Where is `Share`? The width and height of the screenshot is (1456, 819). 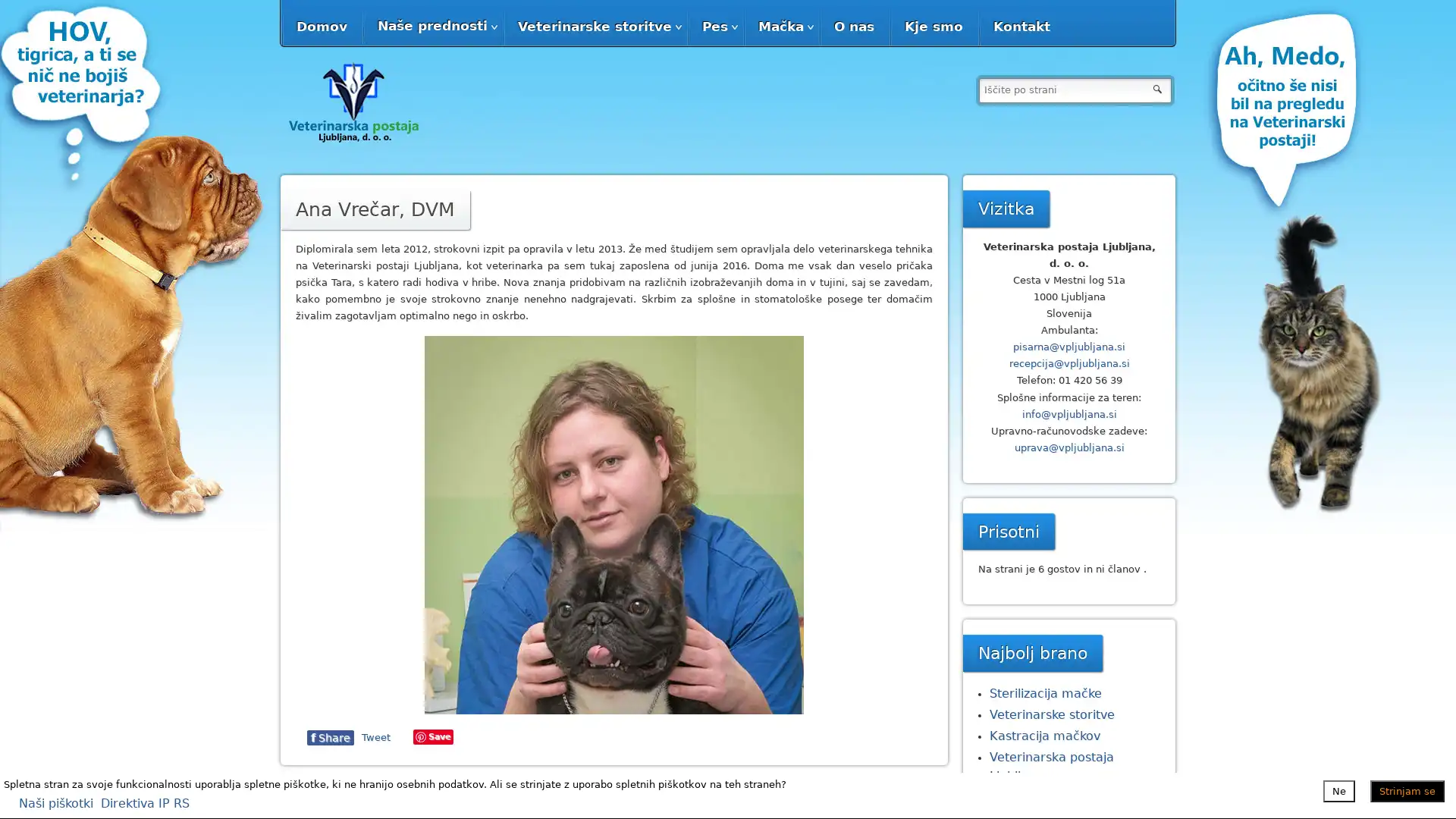
Share is located at coordinates (526, 736).